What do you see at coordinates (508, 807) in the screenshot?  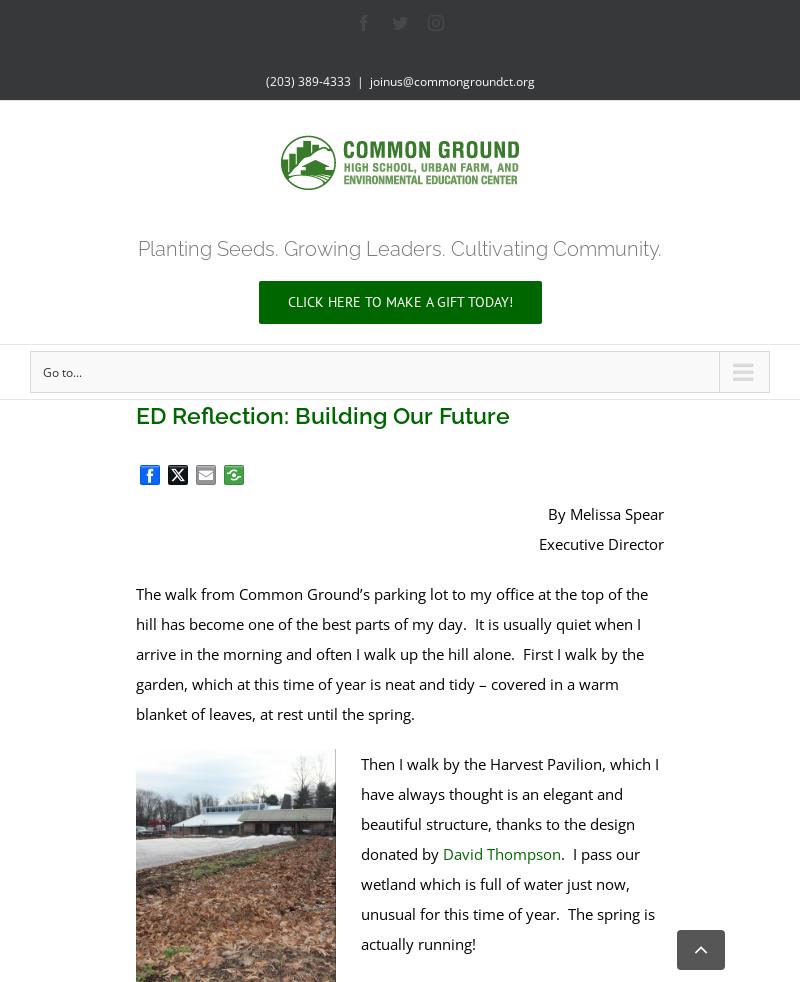 I see `'Then I walk by the Harvest Pavilion, which I have always thought is an elegant and beautiful structure, thanks to the design donated by'` at bounding box center [508, 807].